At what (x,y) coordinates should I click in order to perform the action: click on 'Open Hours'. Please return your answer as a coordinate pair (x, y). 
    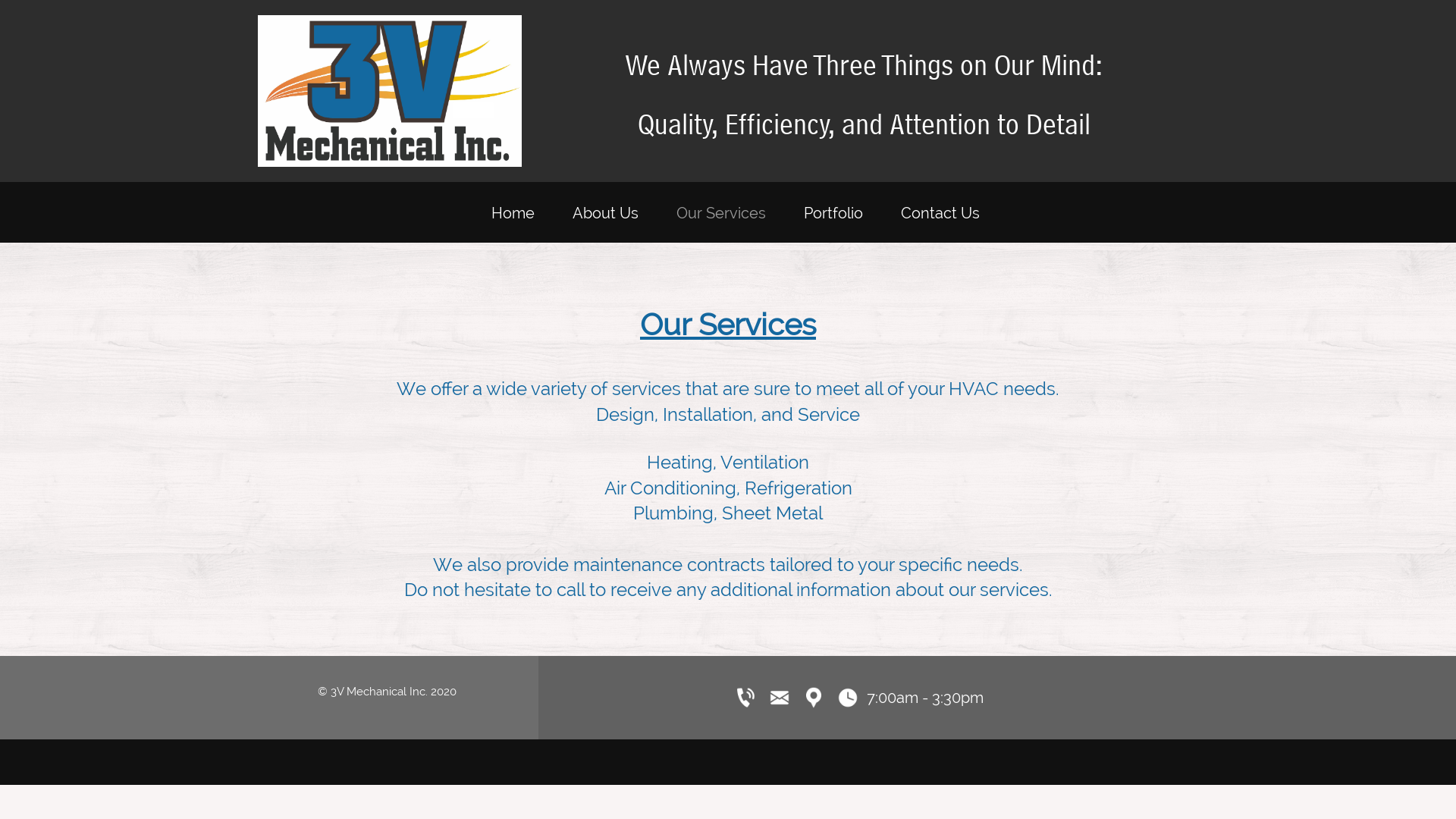
    Looking at the image, I should click on (847, 698).